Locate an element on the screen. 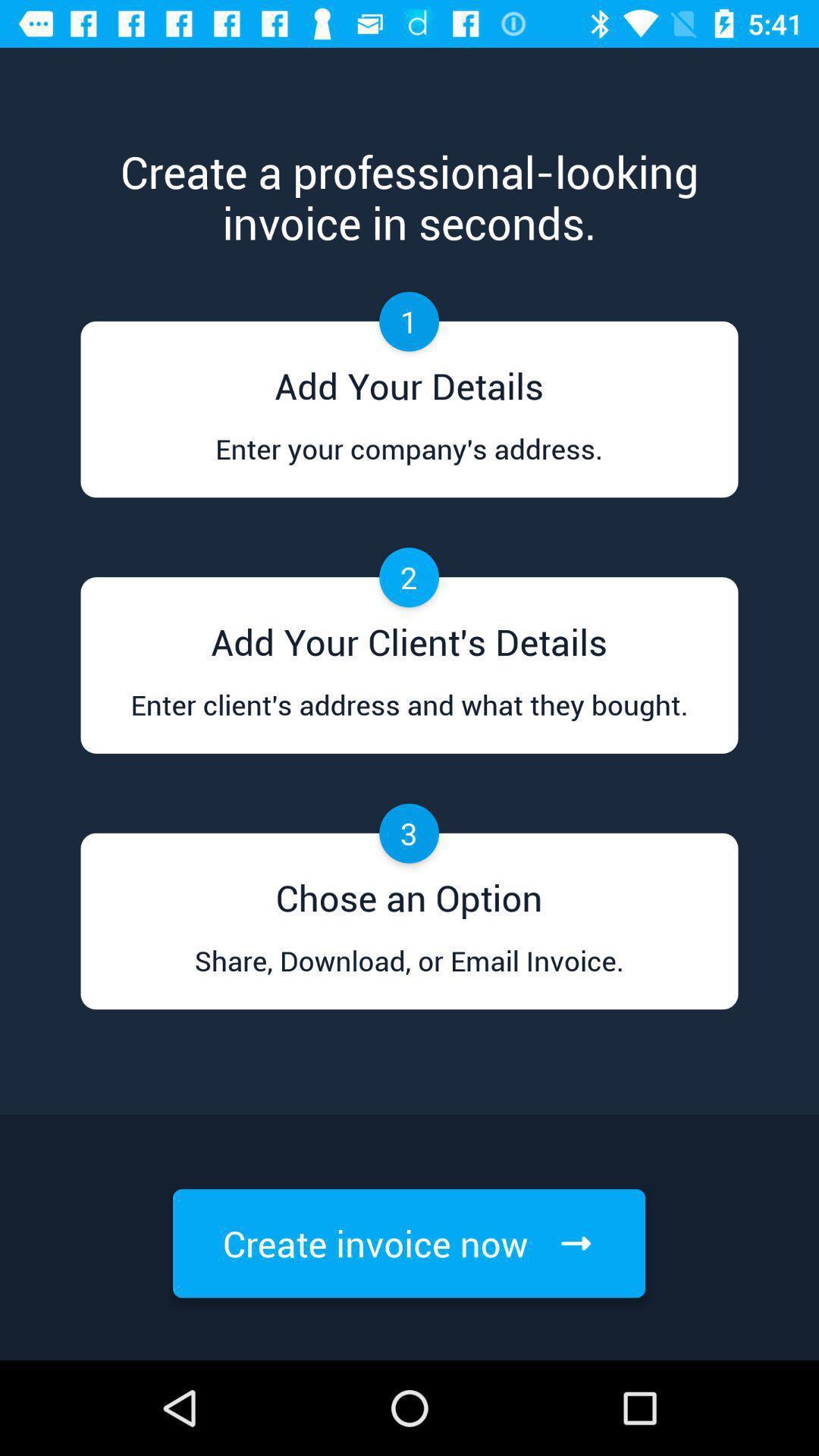 The height and width of the screenshot is (1456, 819). enter your company item is located at coordinates (408, 463).